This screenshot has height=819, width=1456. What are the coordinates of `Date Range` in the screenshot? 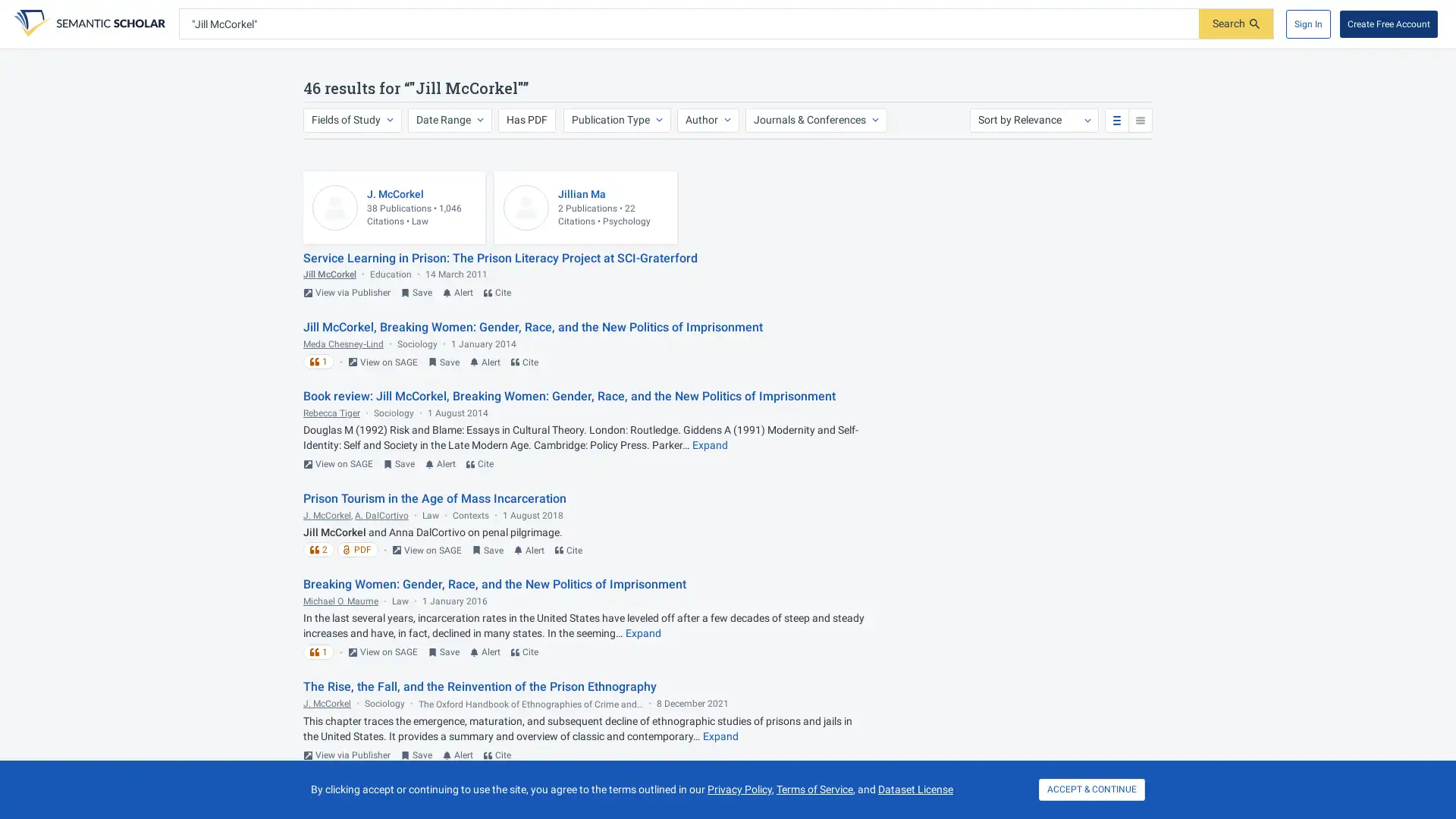 It's located at (448, 119).